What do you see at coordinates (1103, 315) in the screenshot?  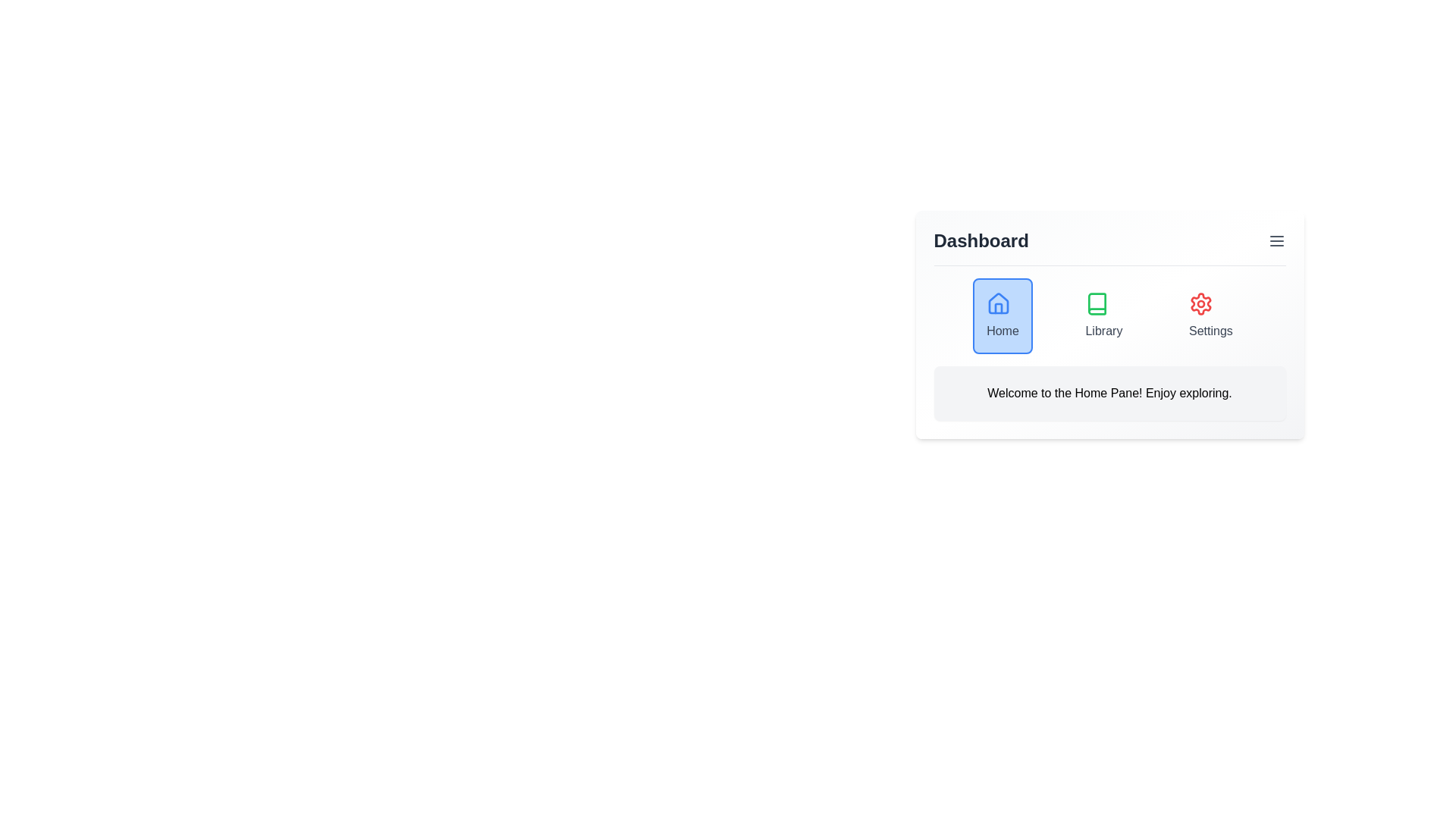 I see `the 'Library' button, which is the second button from the left in a row of three buttons, to trigger a visual effect` at bounding box center [1103, 315].